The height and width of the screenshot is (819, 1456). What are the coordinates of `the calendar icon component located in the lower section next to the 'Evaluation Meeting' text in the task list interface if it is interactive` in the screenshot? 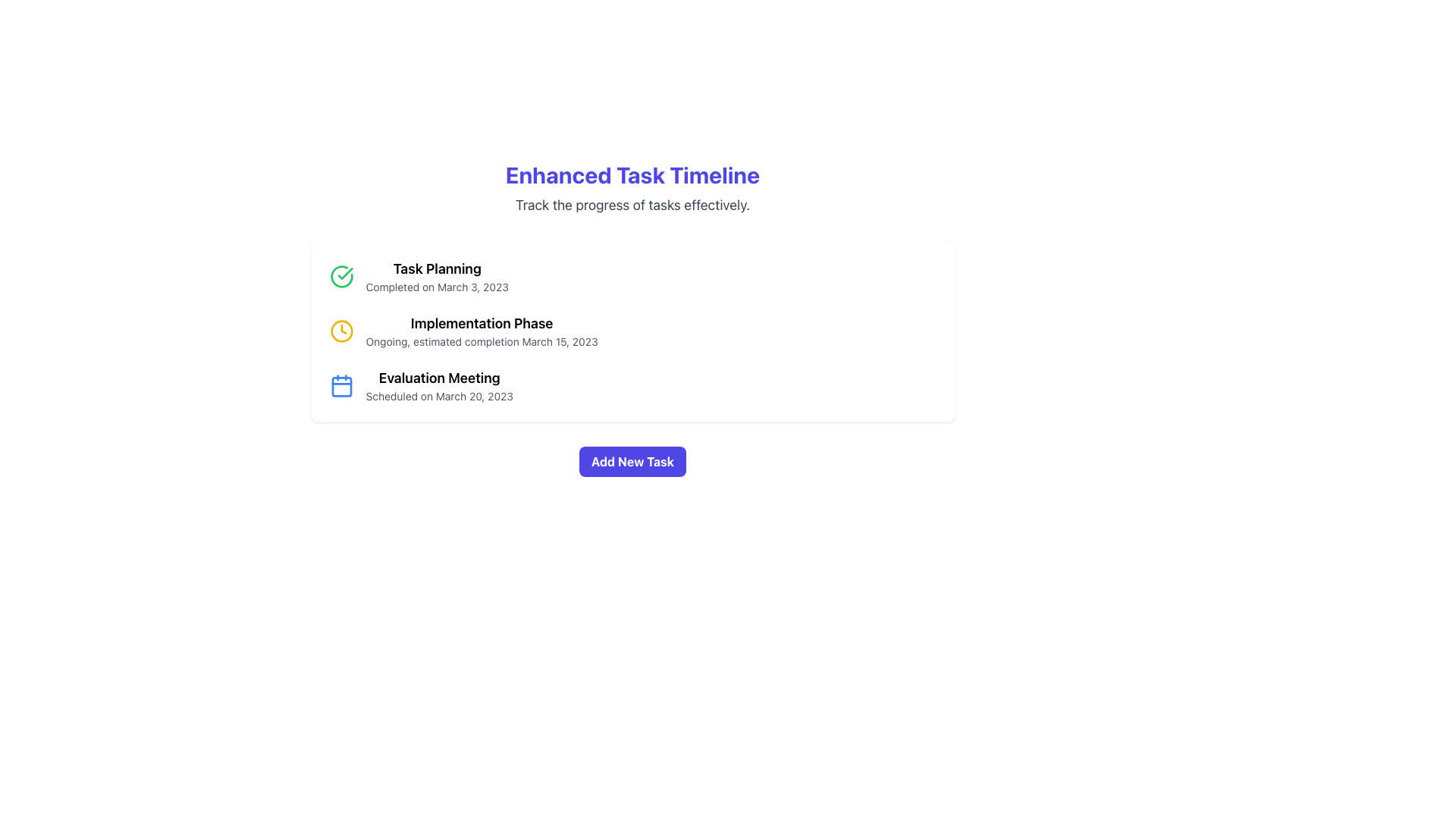 It's located at (340, 386).